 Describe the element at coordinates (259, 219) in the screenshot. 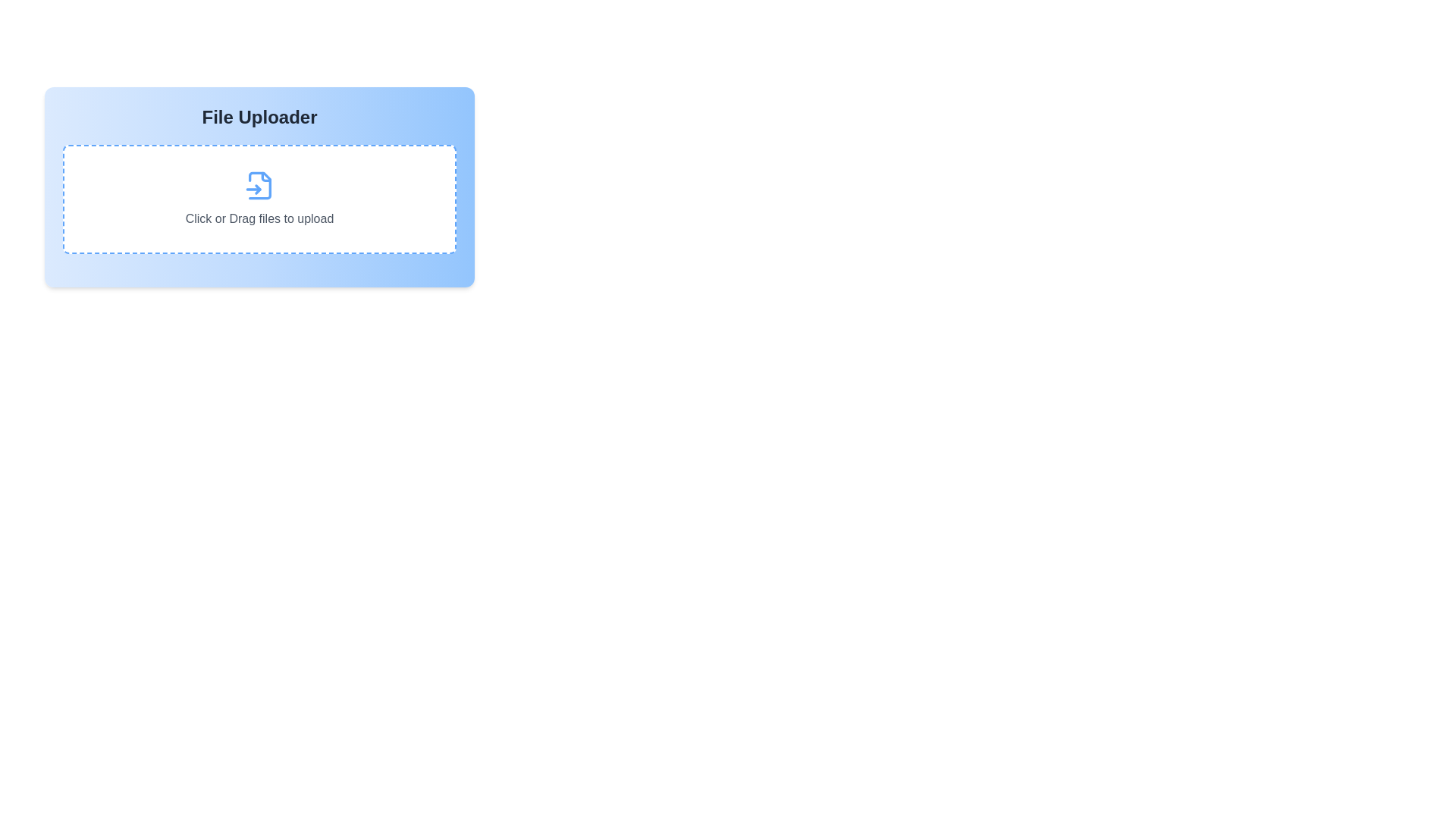

I see `the Helper Text Label that instructs the user to click or drag files for upload, located below the blue file icon within the File Uploader section` at that location.